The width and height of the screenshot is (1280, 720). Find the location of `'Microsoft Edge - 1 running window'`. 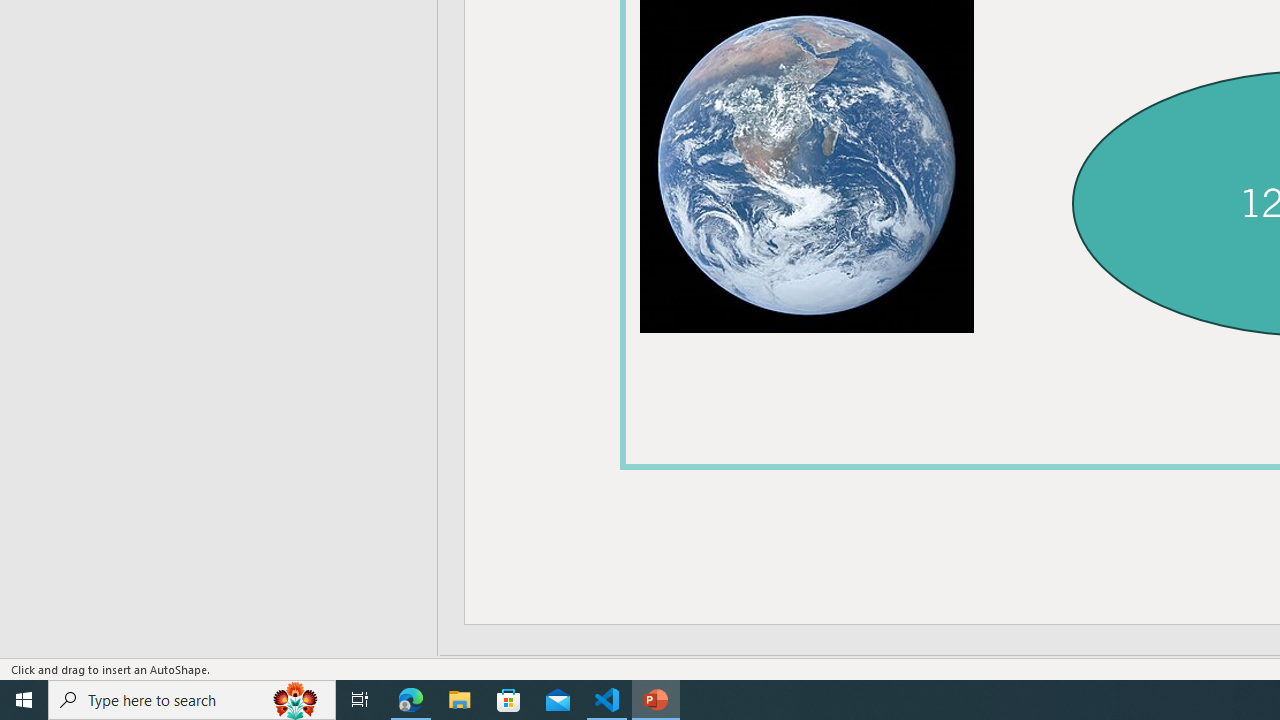

'Microsoft Edge - 1 running window' is located at coordinates (410, 698).